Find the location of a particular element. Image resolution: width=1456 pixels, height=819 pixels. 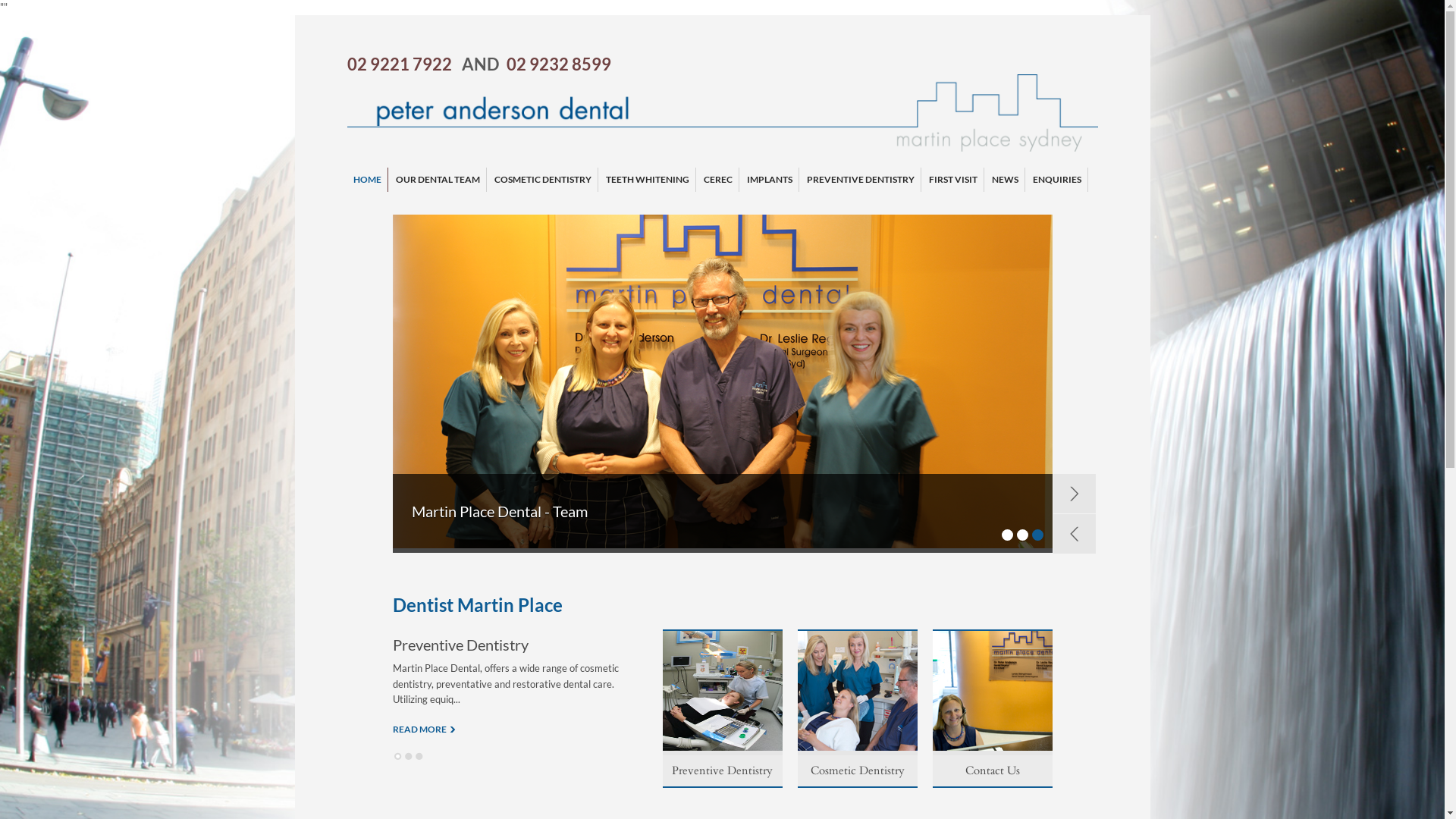

'02 9232 8599' is located at coordinates (558, 62).